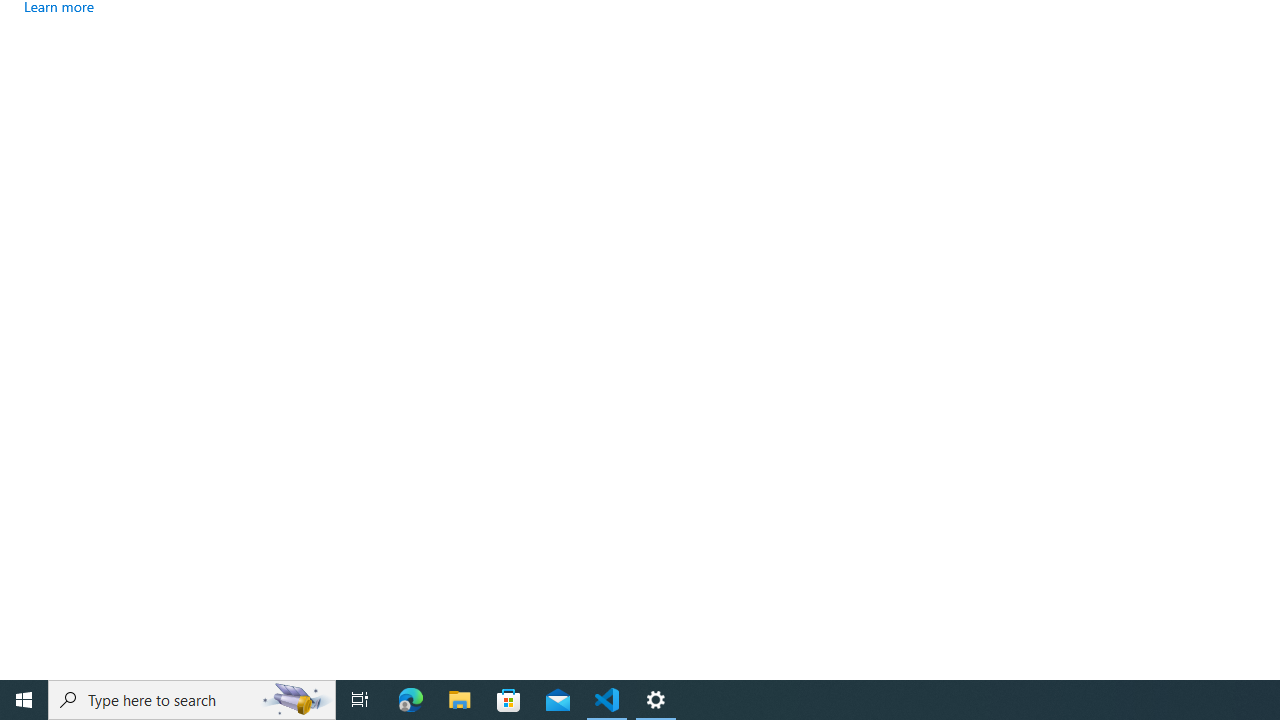  Describe the element at coordinates (509, 698) in the screenshot. I see `'Microsoft Store'` at that location.